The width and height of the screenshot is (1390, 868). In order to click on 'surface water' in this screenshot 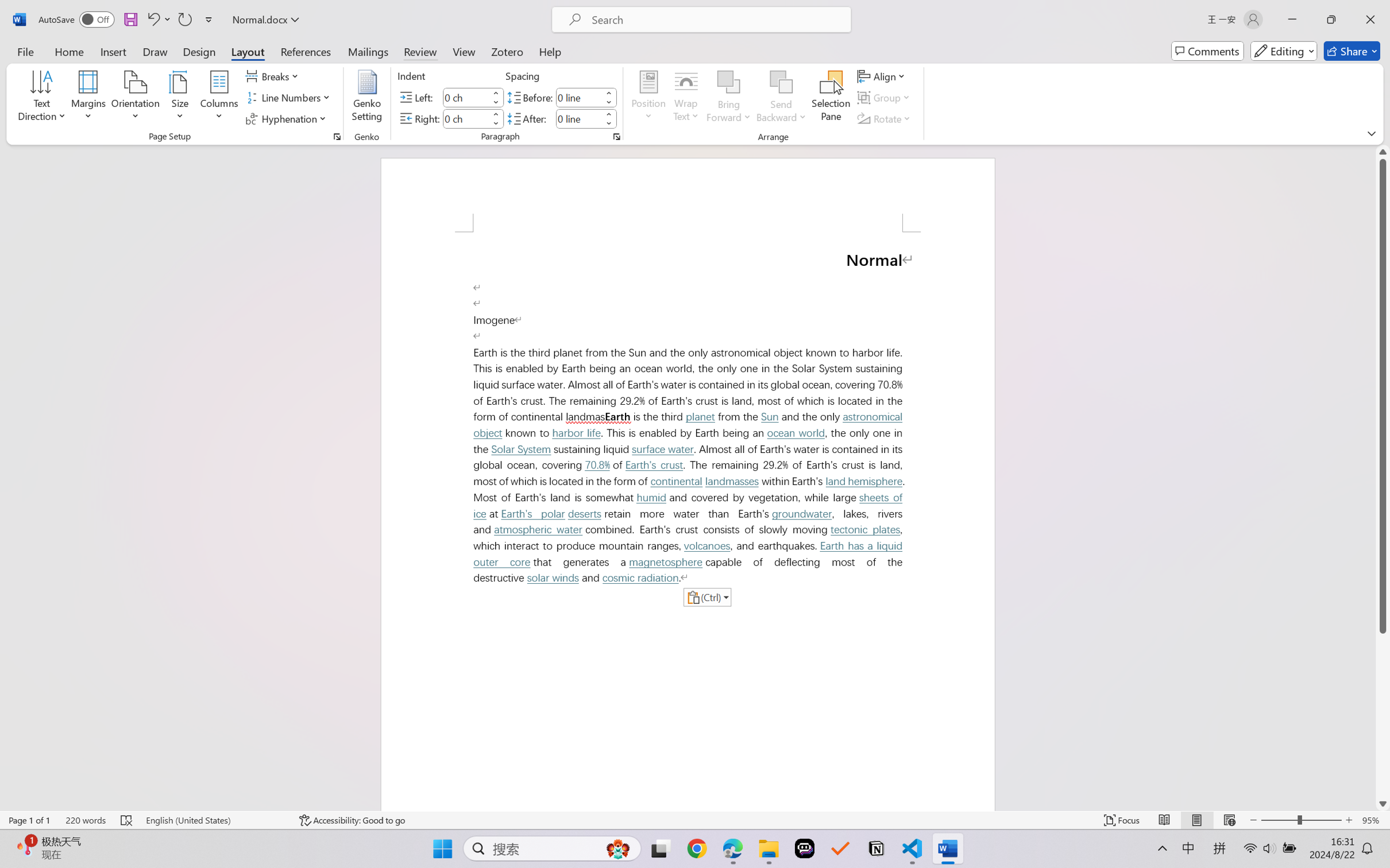, I will do `click(663, 448)`.